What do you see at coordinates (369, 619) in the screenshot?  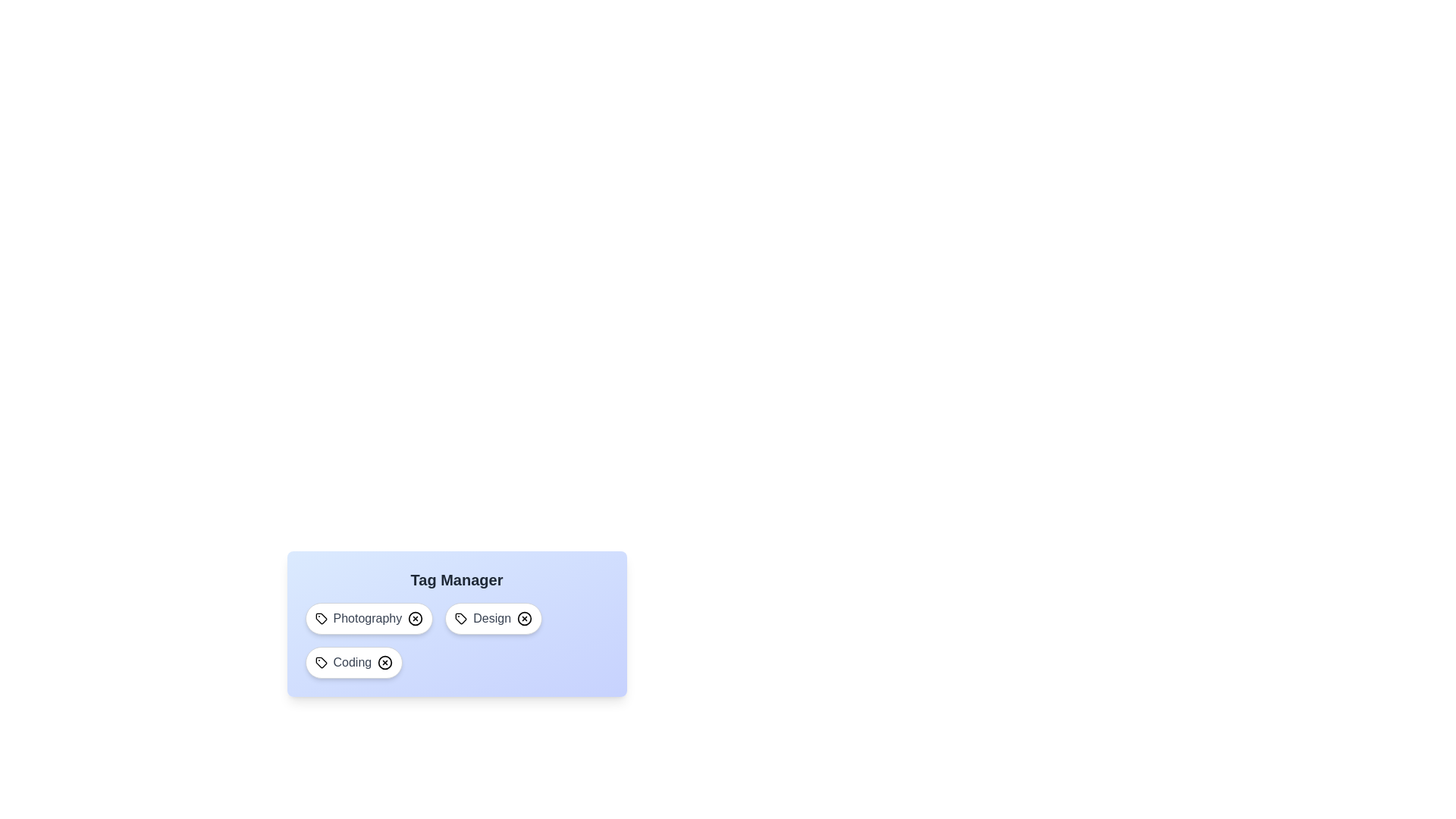 I see `the tag labeled Photography` at bounding box center [369, 619].